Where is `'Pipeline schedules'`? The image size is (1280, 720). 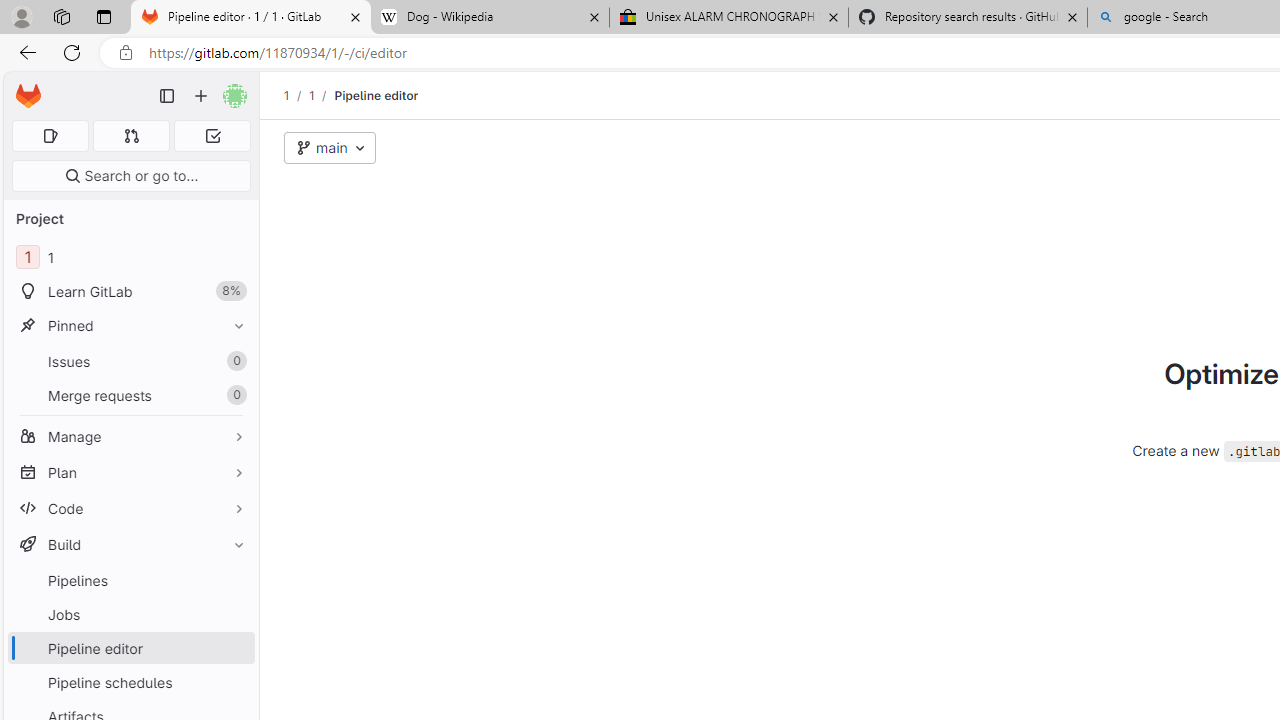 'Pipeline schedules' is located at coordinates (130, 681).